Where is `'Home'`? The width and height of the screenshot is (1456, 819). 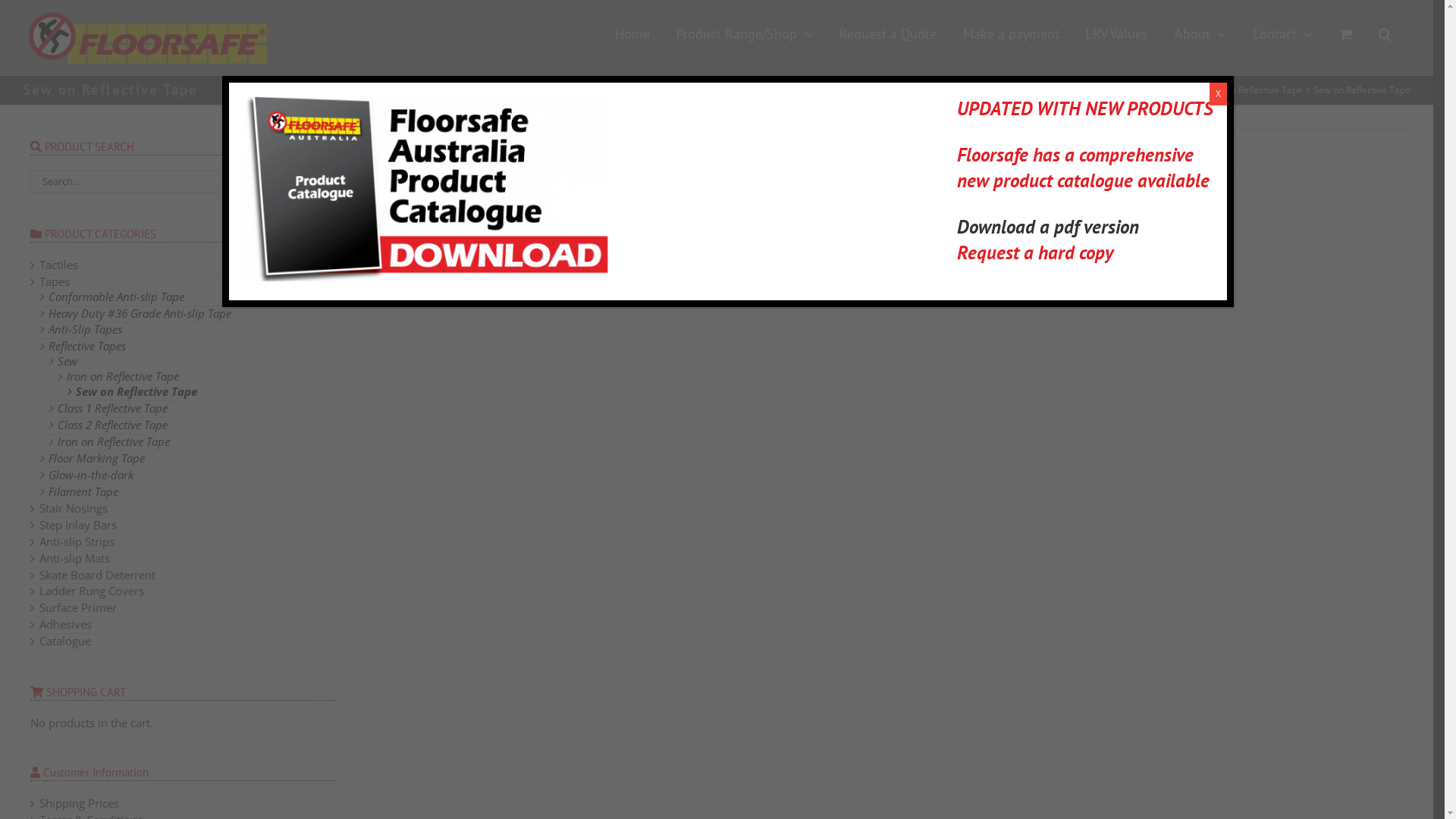 'Home' is located at coordinates (632, 34).